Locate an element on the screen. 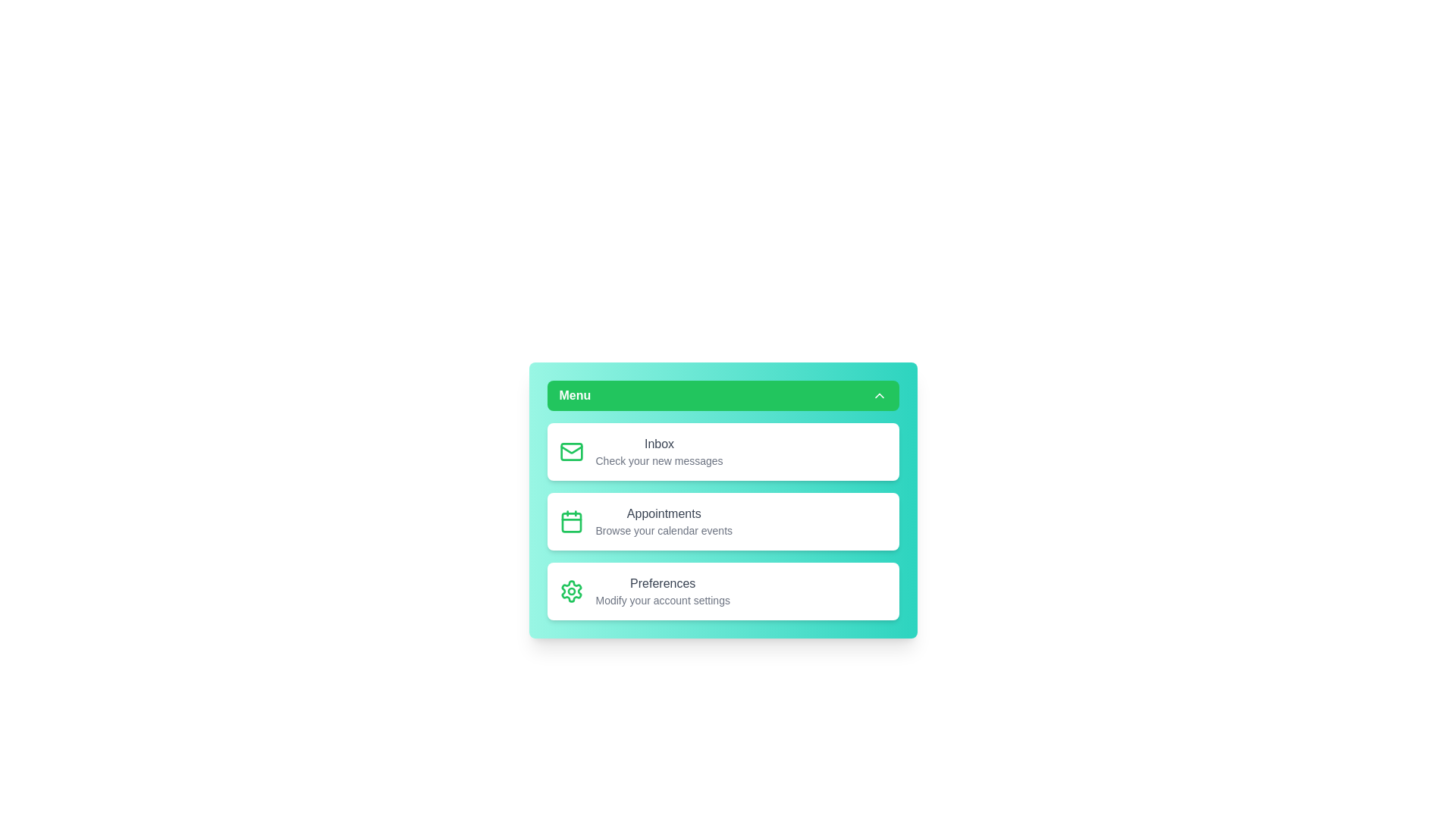 The image size is (1456, 819). the menu option Inbox to provide visual feedback is located at coordinates (722, 451).